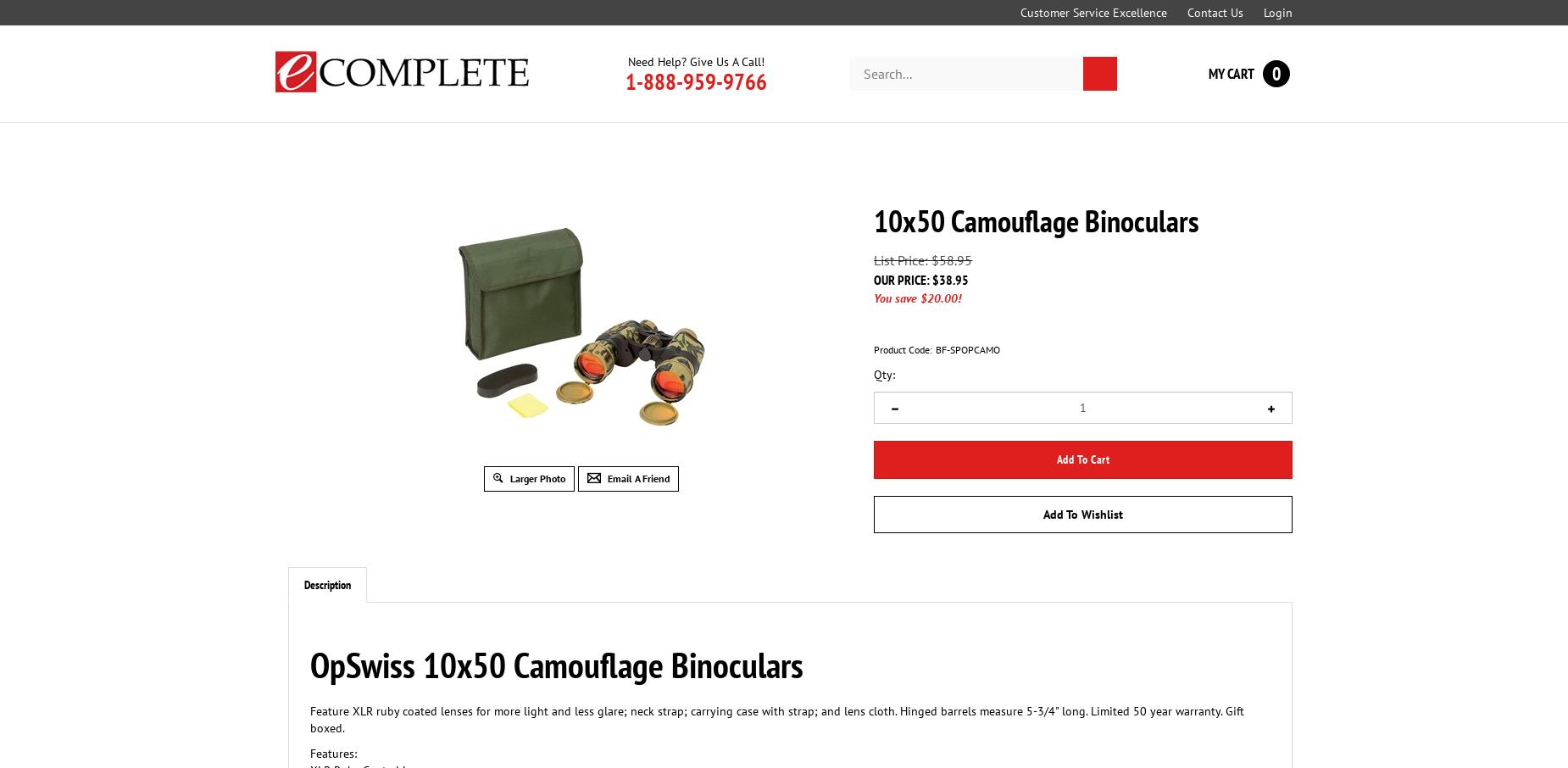 The image size is (1568, 768). Describe the element at coordinates (873, 220) in the screenshot. I see `'10x50 Camouflage Binoculars'` at that location.